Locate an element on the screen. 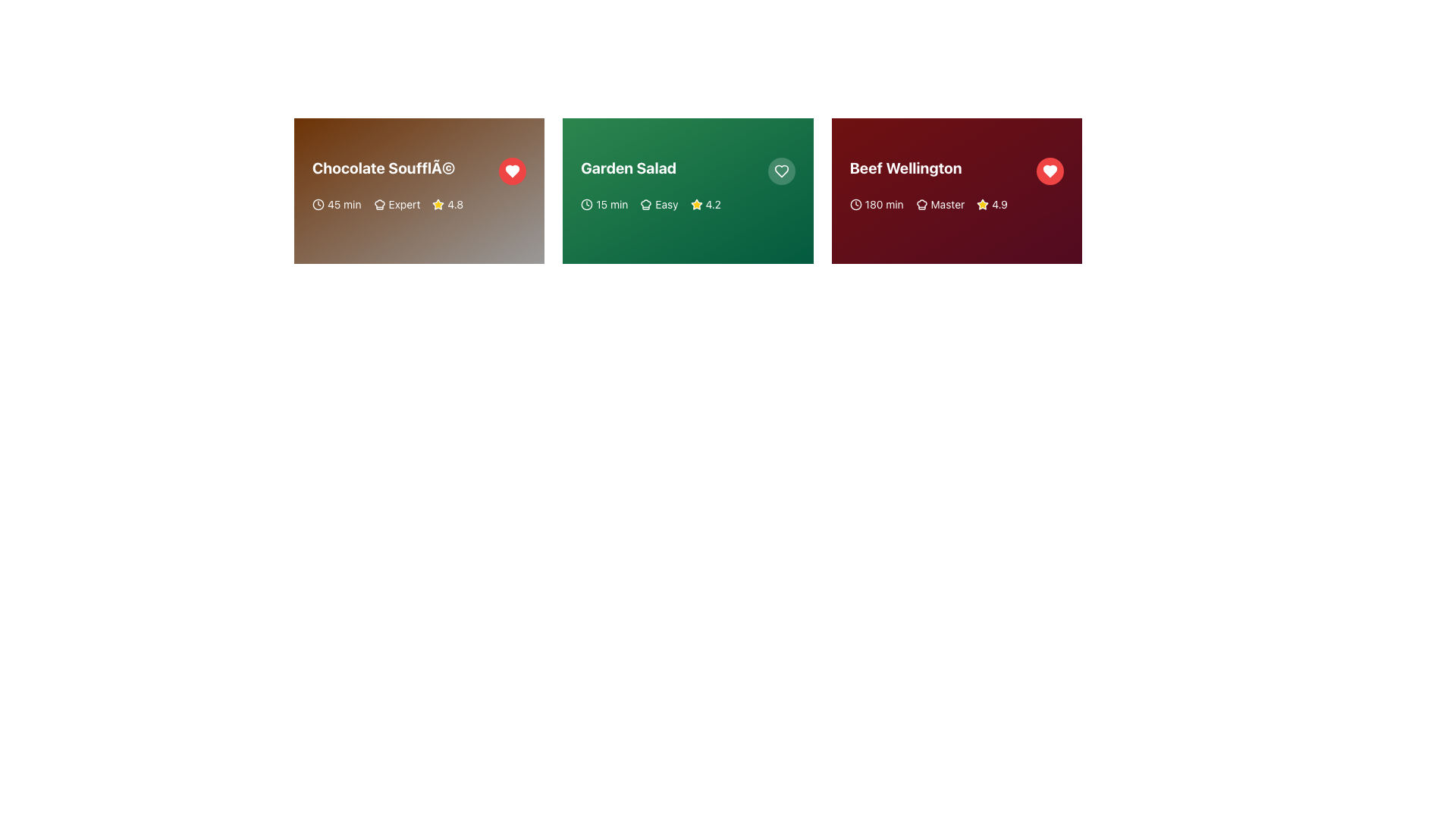 This screenshot has height=819, width=1456. the 'Master' difficulty level icon located in the 'Beef Wellington' card, positioned to the left of the text 'Master' is located at coordinates (921, 205).